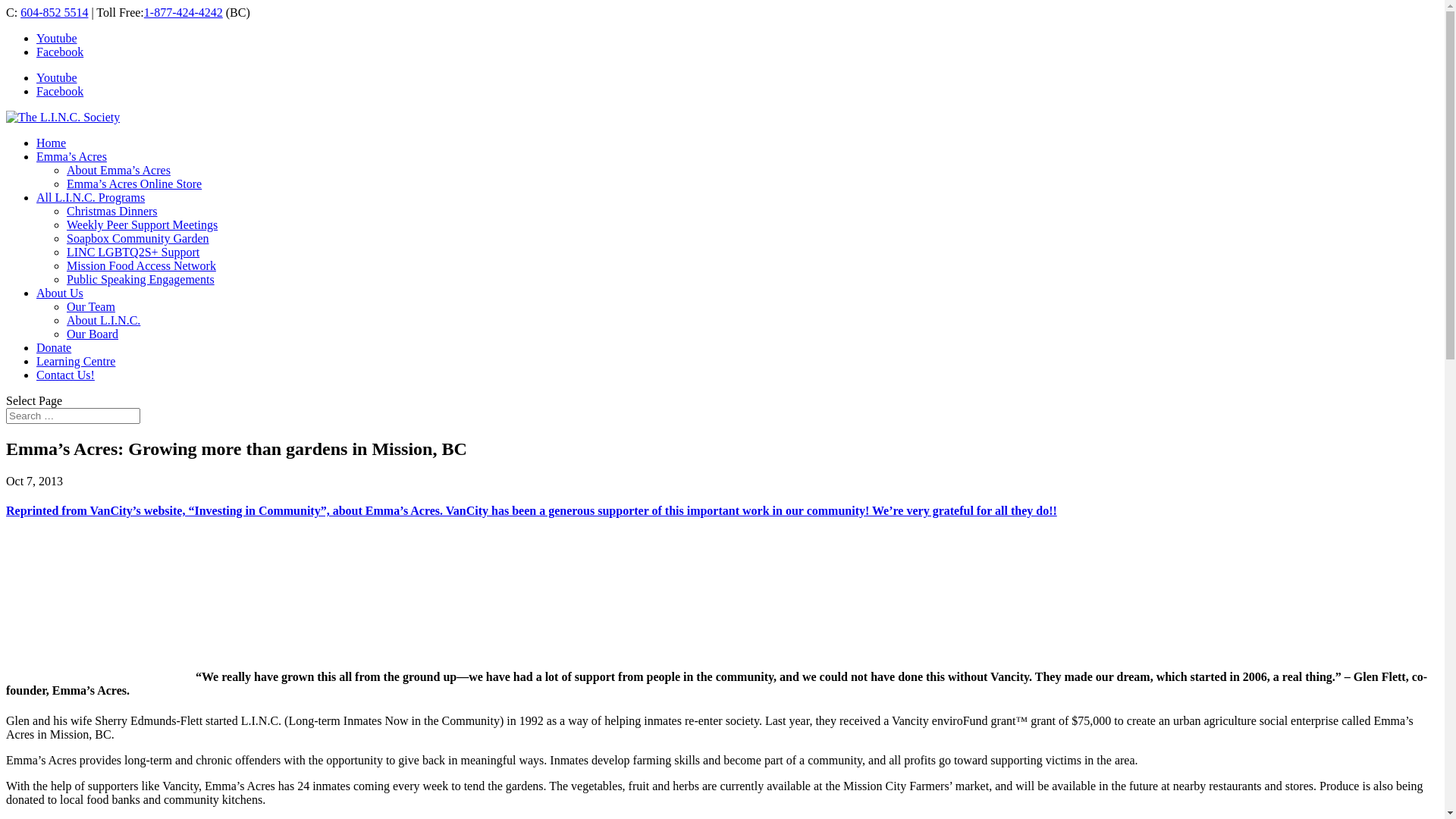  I want to click on 'Mission Food Access Network', so click(141, 265).